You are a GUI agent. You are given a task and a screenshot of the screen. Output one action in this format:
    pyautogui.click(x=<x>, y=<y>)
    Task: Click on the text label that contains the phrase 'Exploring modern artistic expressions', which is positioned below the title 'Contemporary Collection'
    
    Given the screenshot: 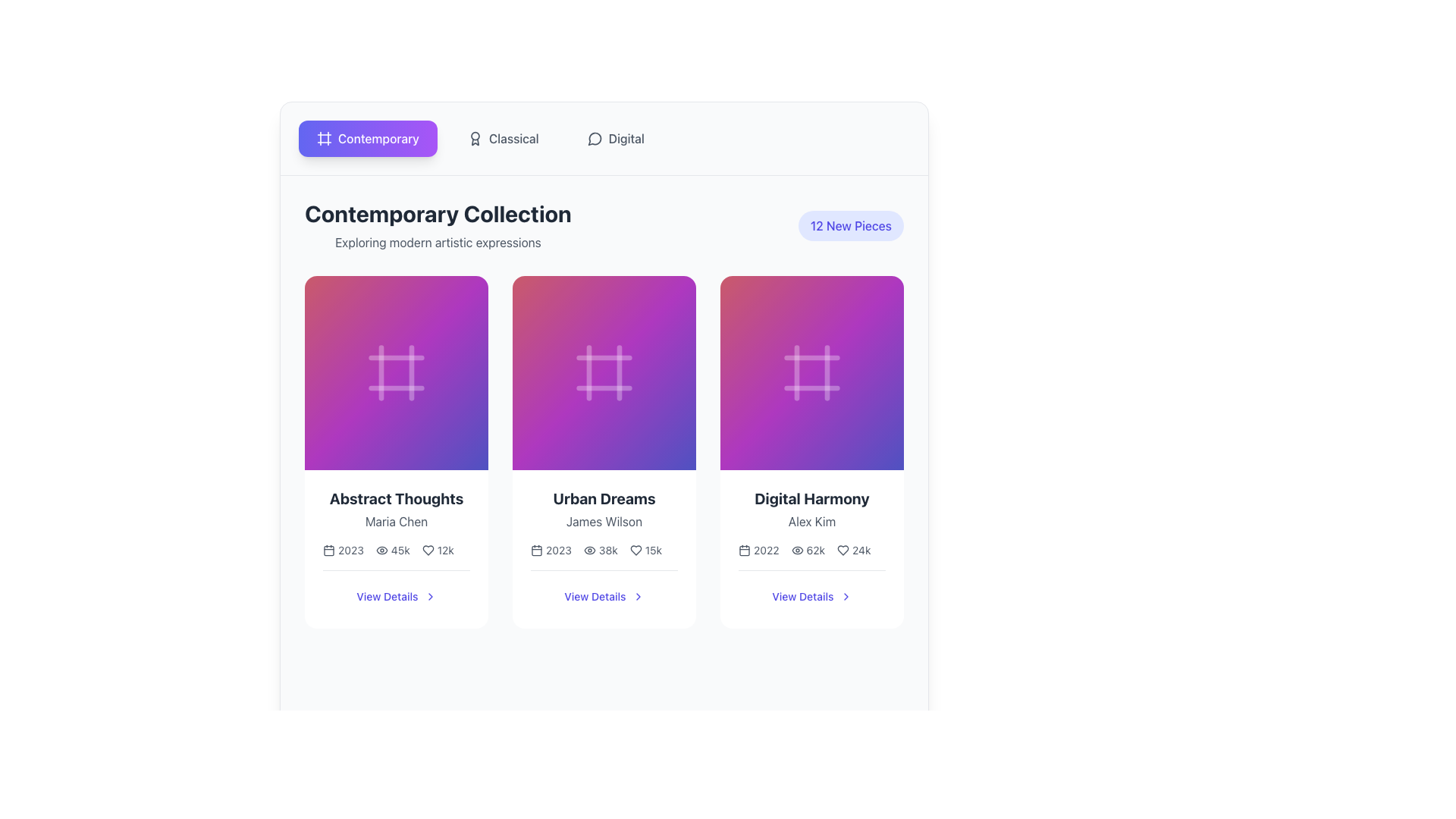 What is the action you would take?
    pyautogui.click(x=437, y=242)
    